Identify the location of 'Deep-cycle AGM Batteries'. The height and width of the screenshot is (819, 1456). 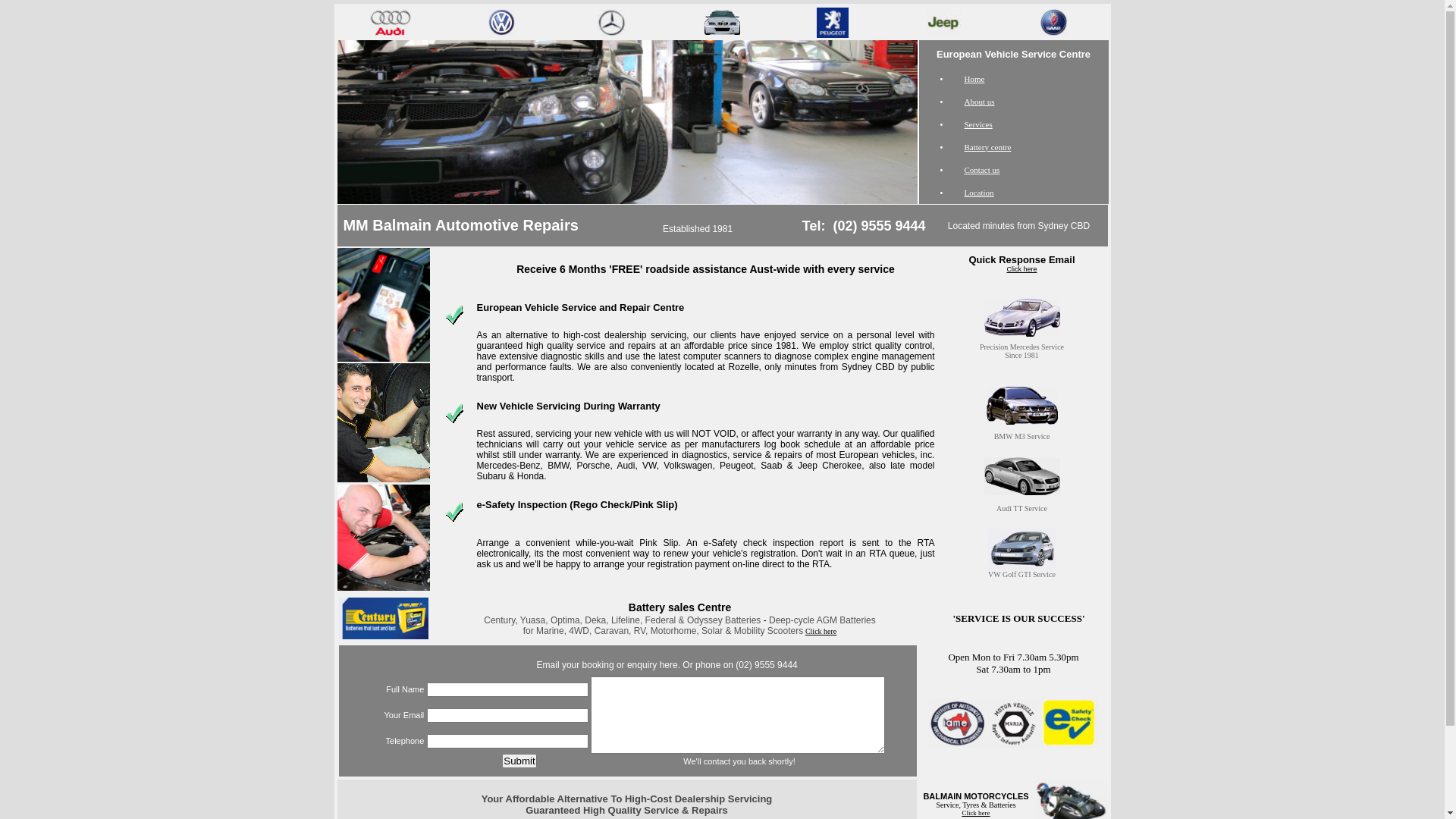
(821, 620).